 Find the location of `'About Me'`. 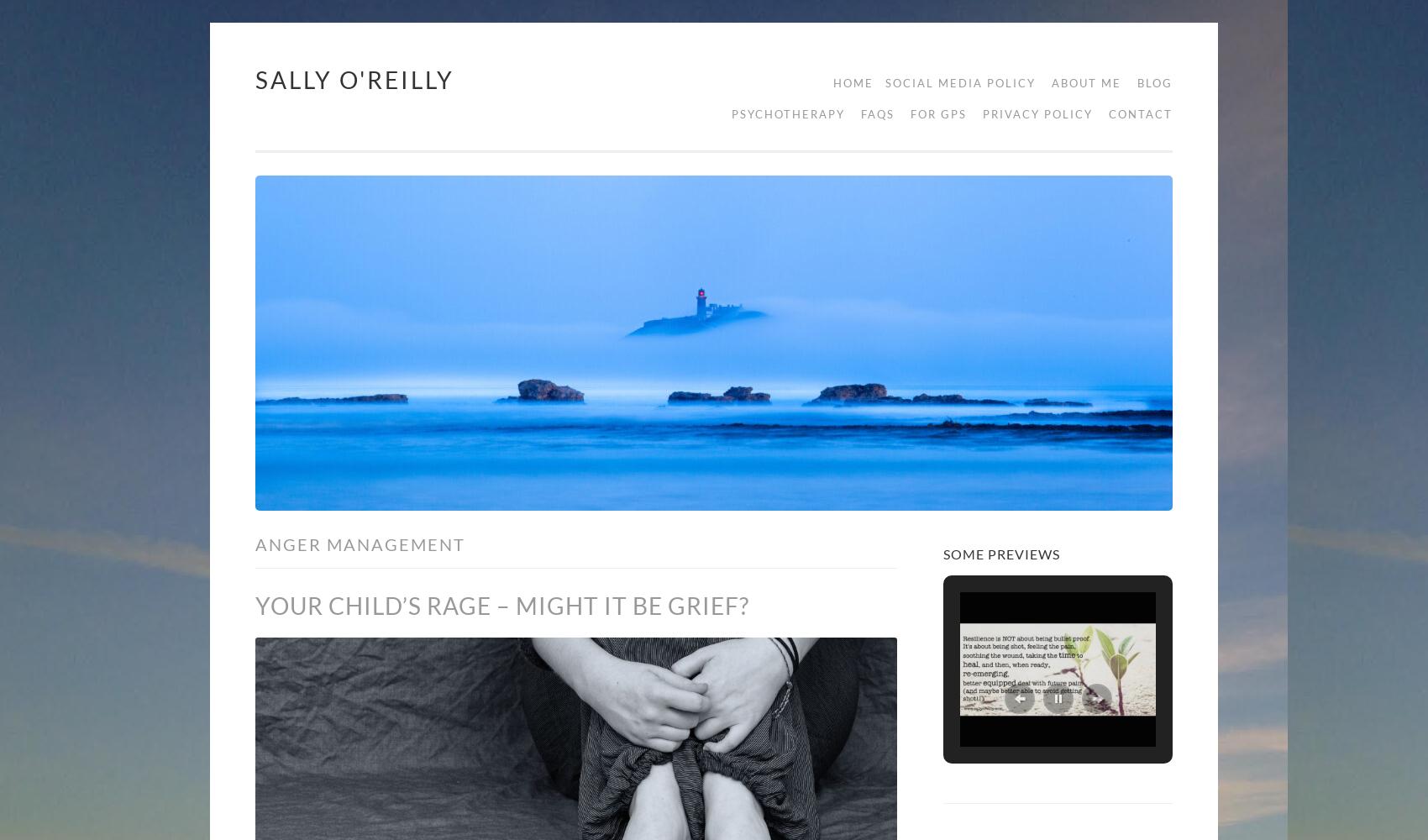

'About Me' is located at coordinates (1086, 82).